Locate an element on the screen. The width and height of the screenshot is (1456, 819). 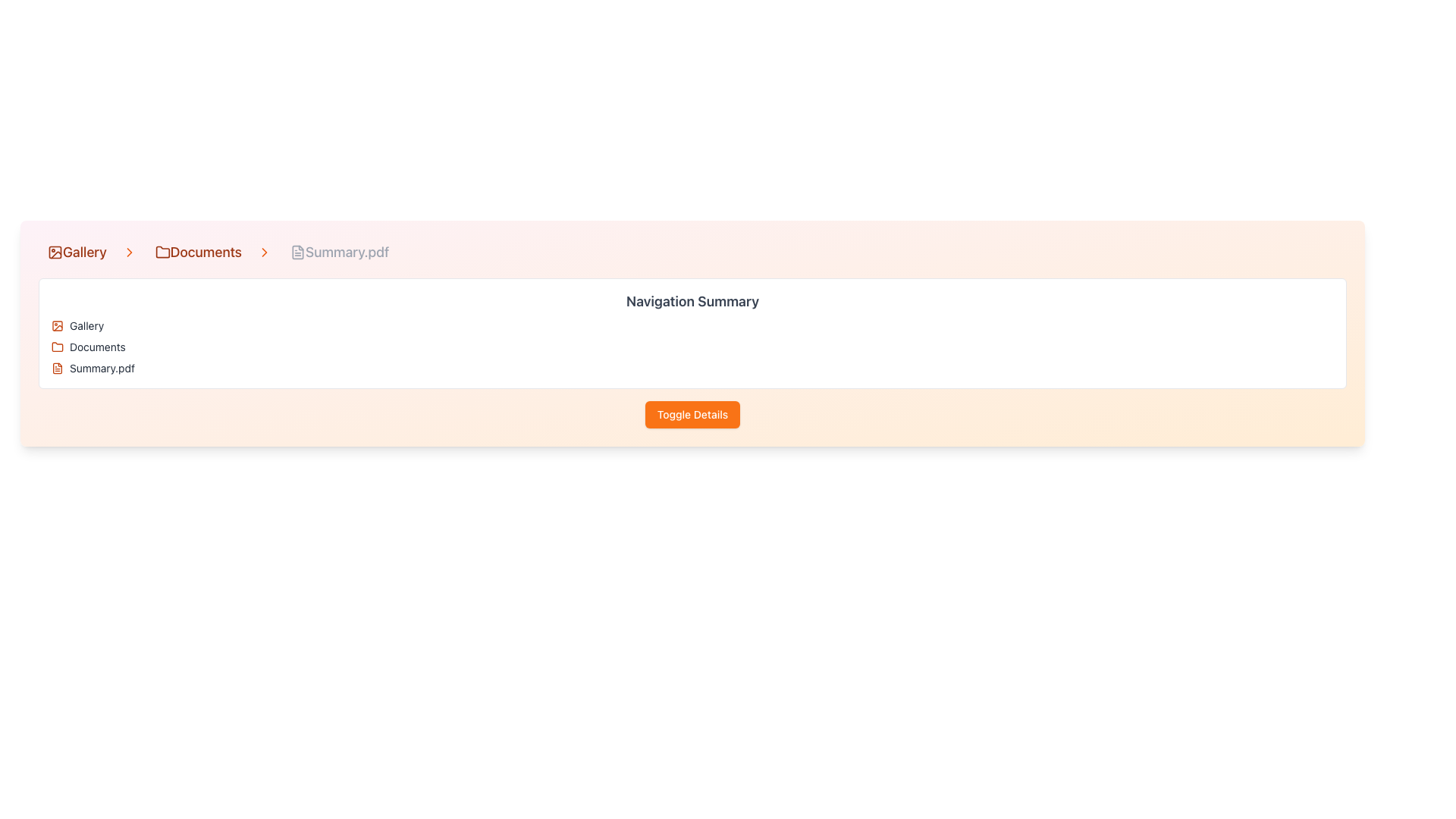
the 'Summary.pdf' file icon located is located at coordinates (58, 369).